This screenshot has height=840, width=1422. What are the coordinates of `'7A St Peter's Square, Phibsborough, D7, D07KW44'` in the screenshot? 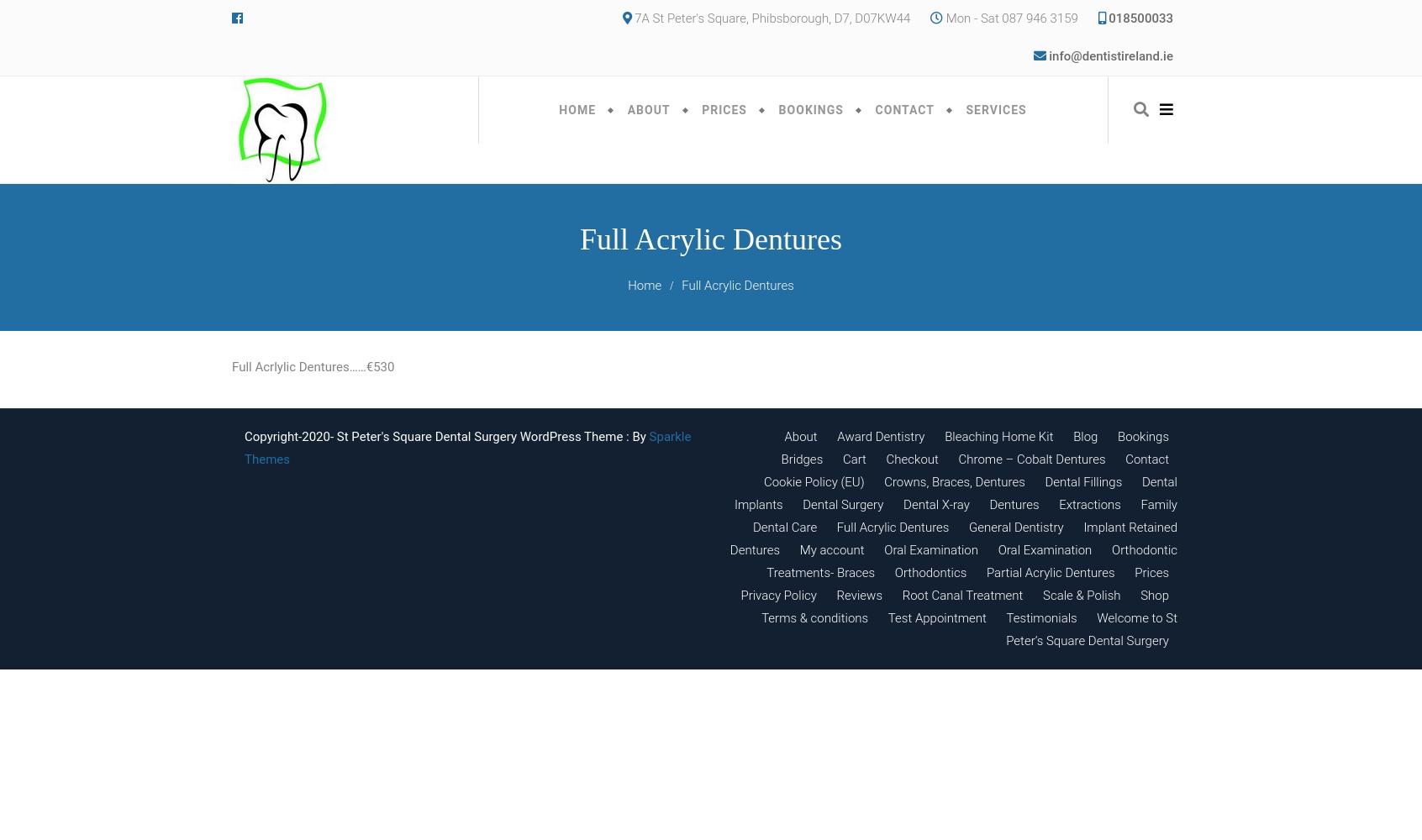 It's located at (770, 18).